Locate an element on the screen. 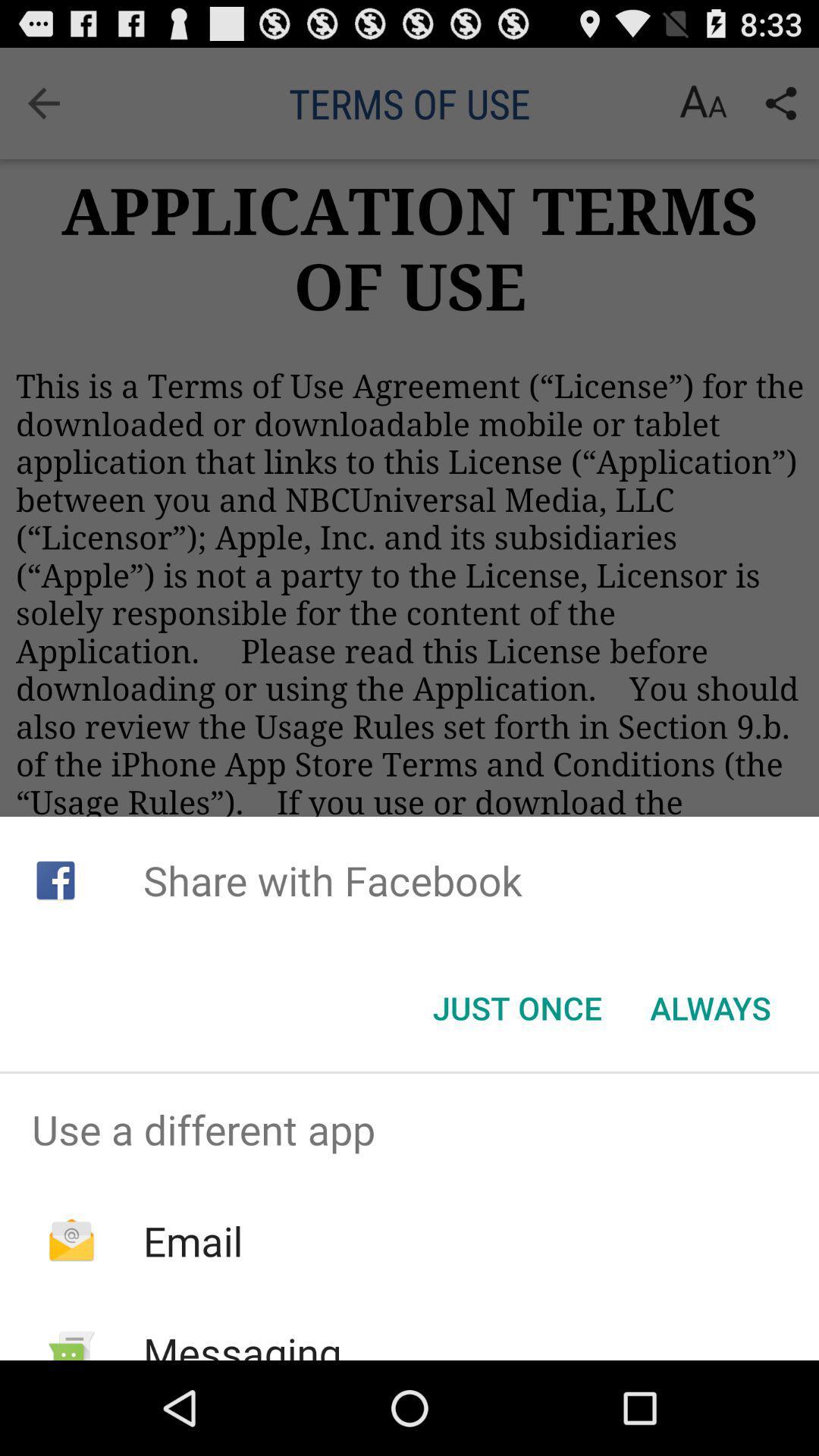 This screenshot has width=819, height=1456. messaging is located at coordinates (241, 1342).